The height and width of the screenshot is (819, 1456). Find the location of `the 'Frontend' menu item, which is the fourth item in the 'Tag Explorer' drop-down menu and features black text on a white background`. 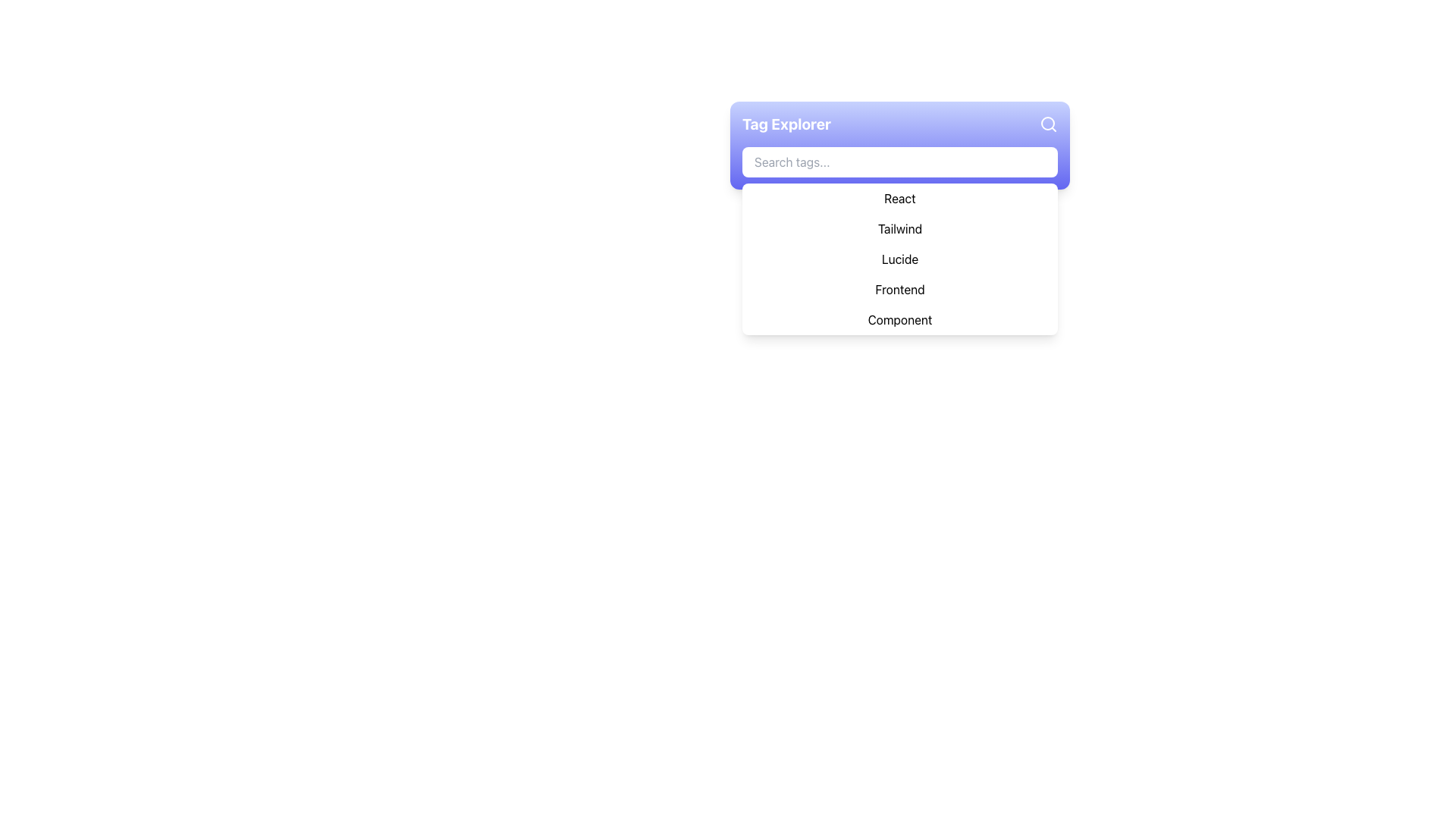

the 'Frontend' menu item, which is the fourth item in the 'Tag Explorer' drop-down menu and features black text on a white background is located at coordinates (899, 289).